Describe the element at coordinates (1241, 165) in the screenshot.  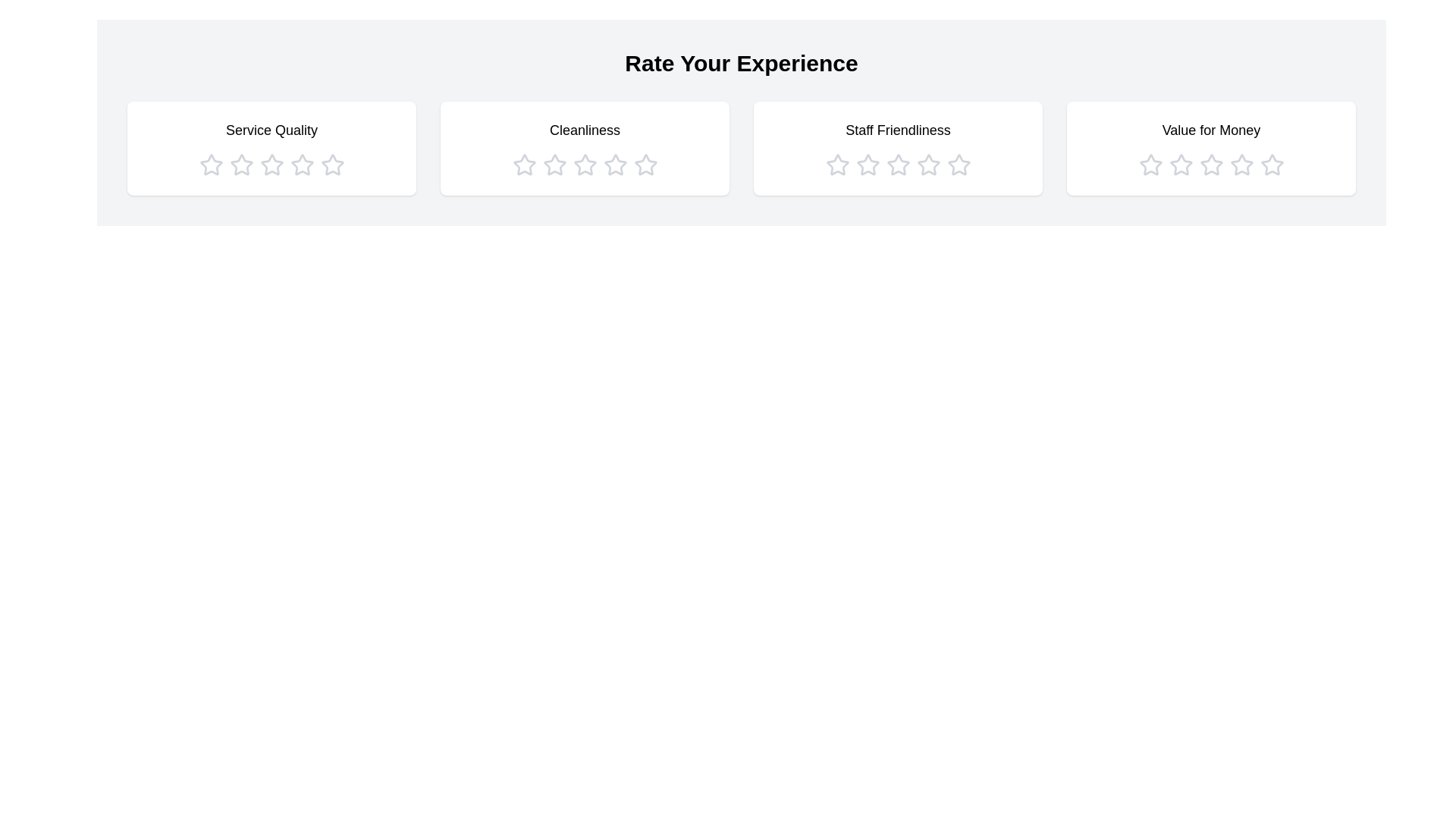
I see `the star icon corresponding to 4 stars in the category Value for Money` at that location.